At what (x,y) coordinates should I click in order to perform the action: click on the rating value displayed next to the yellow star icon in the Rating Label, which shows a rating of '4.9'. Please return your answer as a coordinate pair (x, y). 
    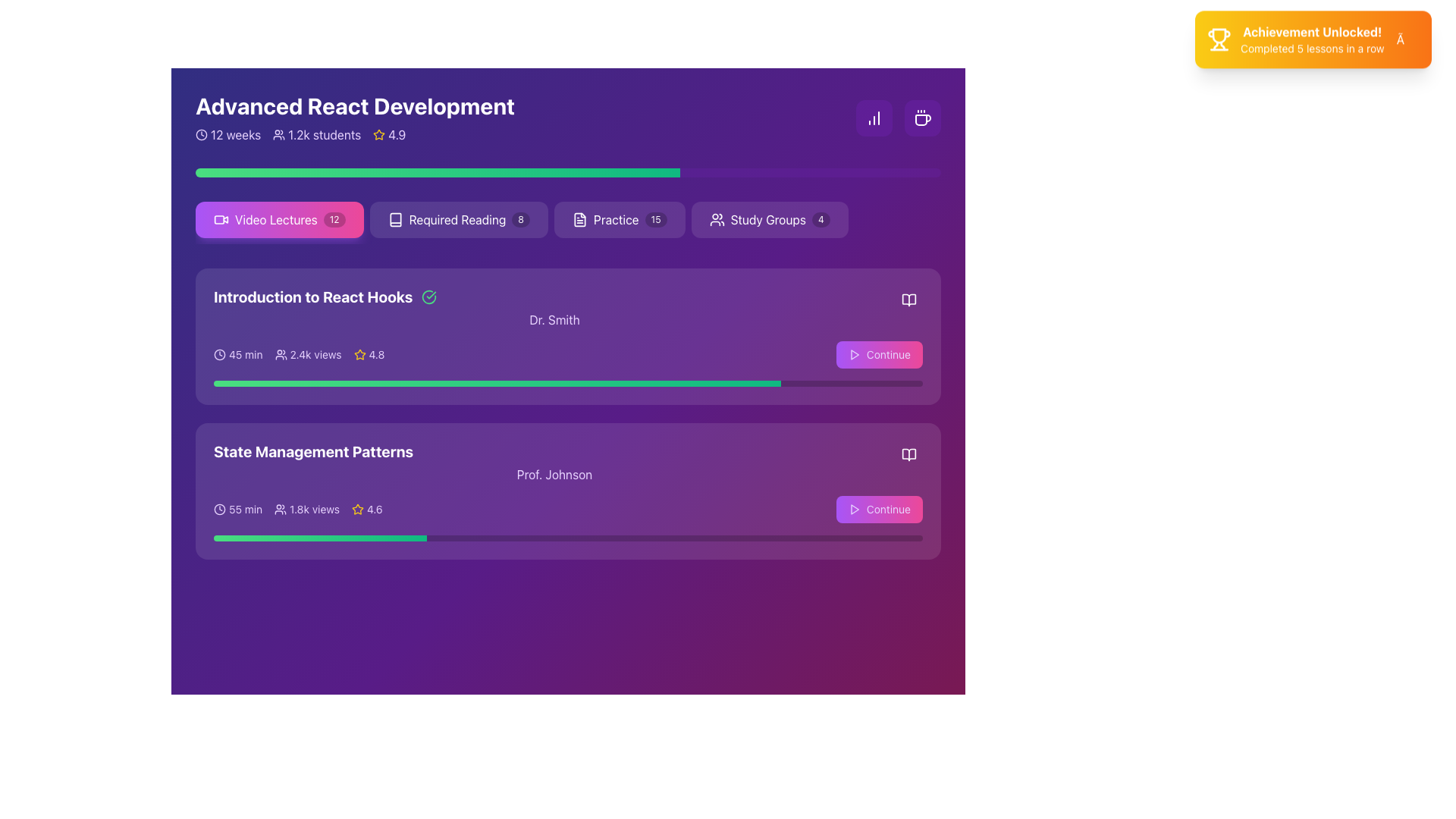
    Looking at the image, I should click on (389, 133).